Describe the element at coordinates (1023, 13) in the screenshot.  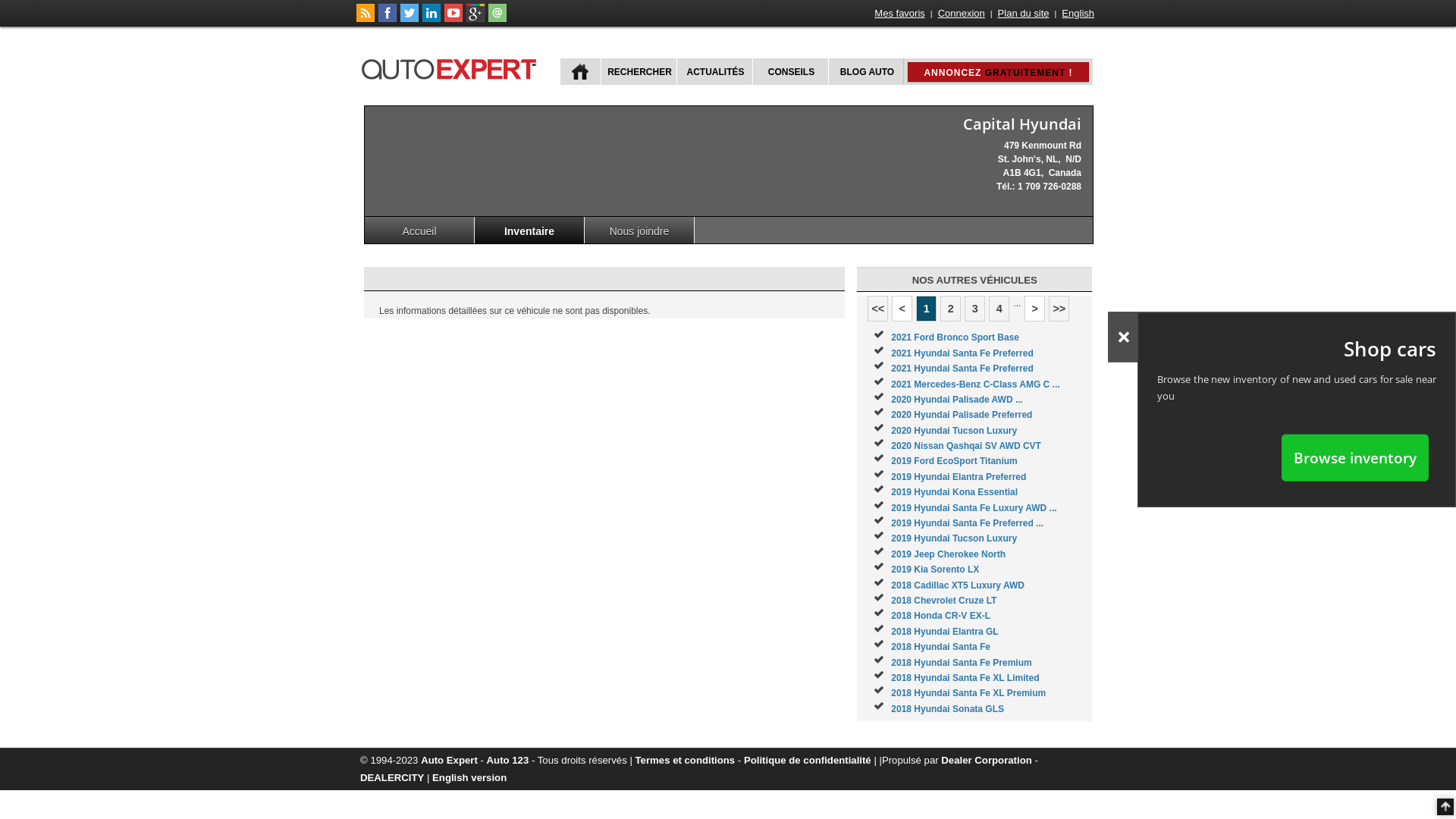
I see `'Plan du site'` at that location.